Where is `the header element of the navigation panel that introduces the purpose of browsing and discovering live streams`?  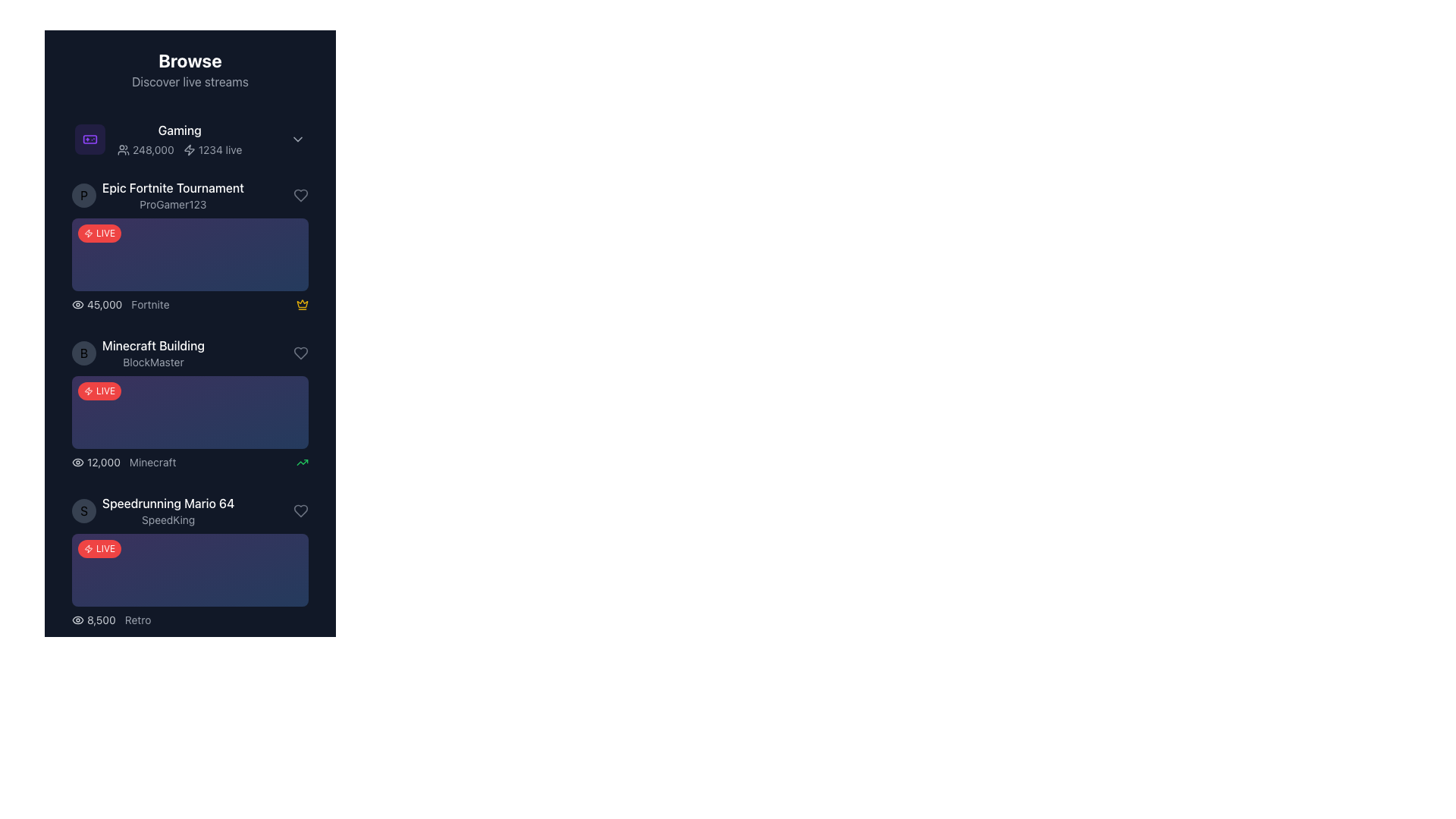
the header element of the navigation panel that introduces the purpose of browsing and discovering live streams is located at coordinates (189, 70).